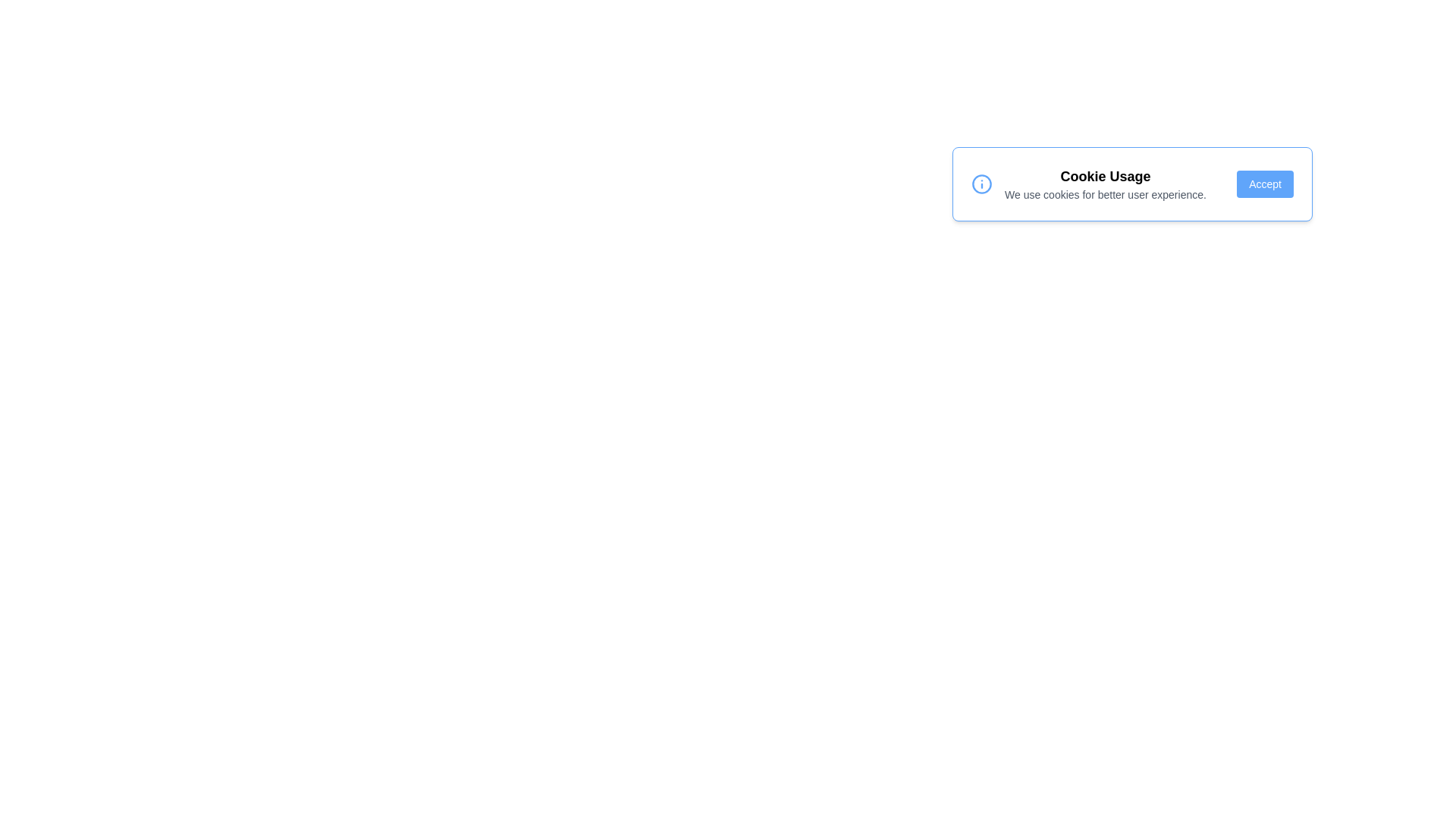  I want to click on the informational text about the application's use of cookies, located underneath the 'Cookie Usage' heading in the notification box, so click(1105, 194).